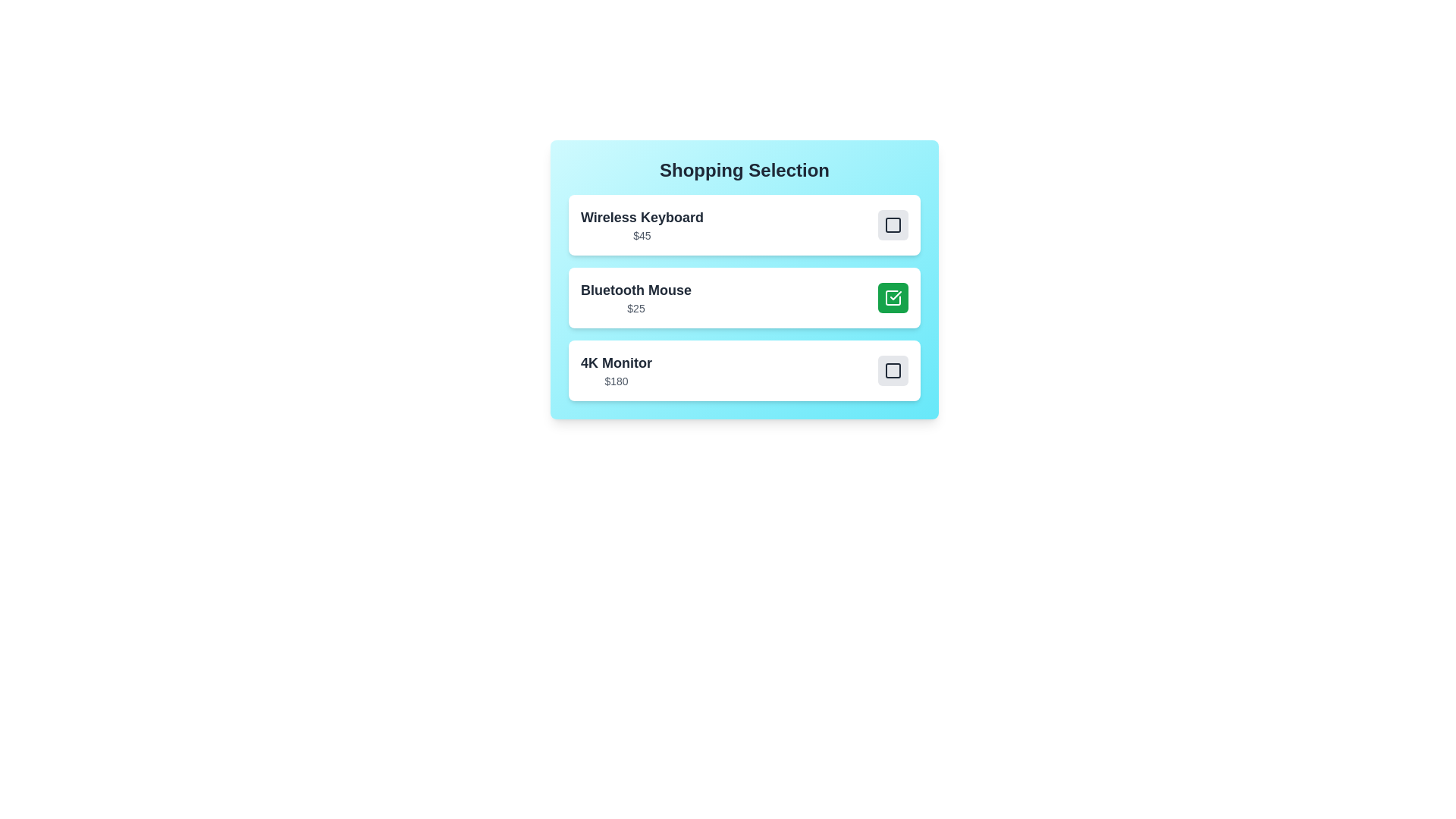 The width and height of the screenshot is (1456, 819). I want to click on the composite element displaying 'Wireless Keyboard' and its price ($45), so click(745, 225).